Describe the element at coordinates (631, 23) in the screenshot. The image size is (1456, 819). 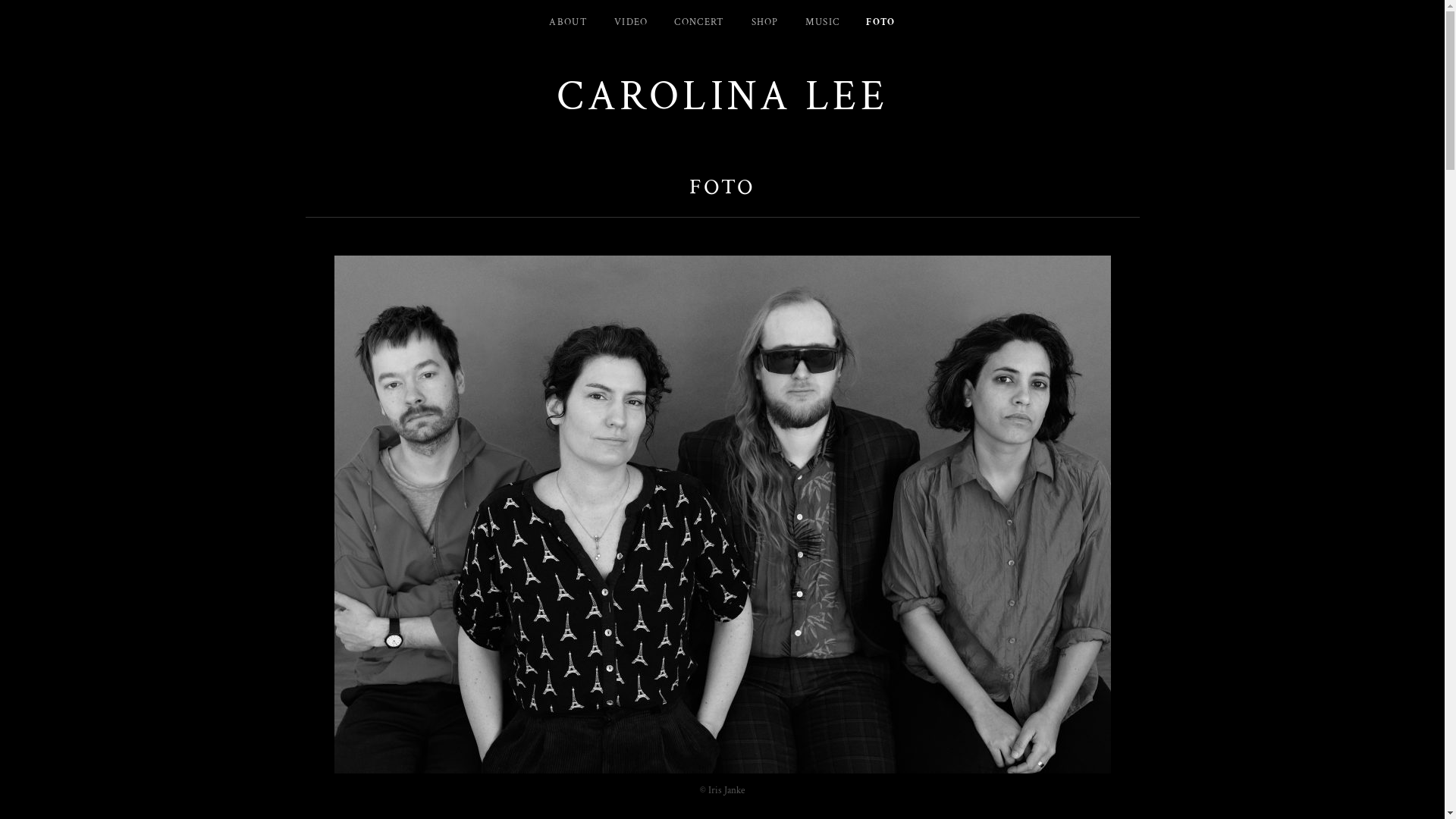
I see `'VIDEO'` at that location.